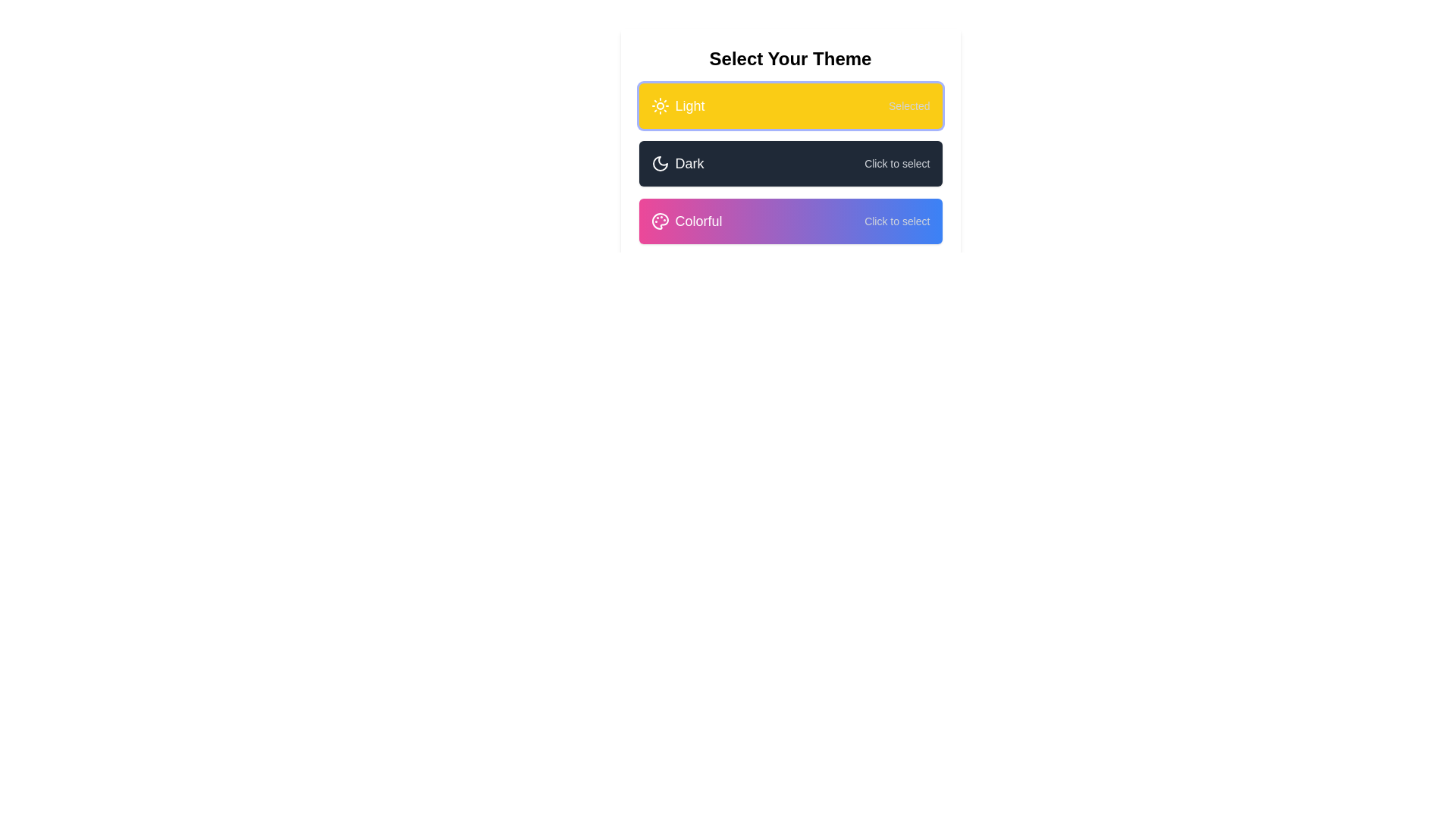 Image resolution: width=1456 pixels, height=819 pixels. What do you see at coordinates (789, 221) in the screenshot?
I see `the theme Colorful to view its hover effect` at bounding box center [789, 221].